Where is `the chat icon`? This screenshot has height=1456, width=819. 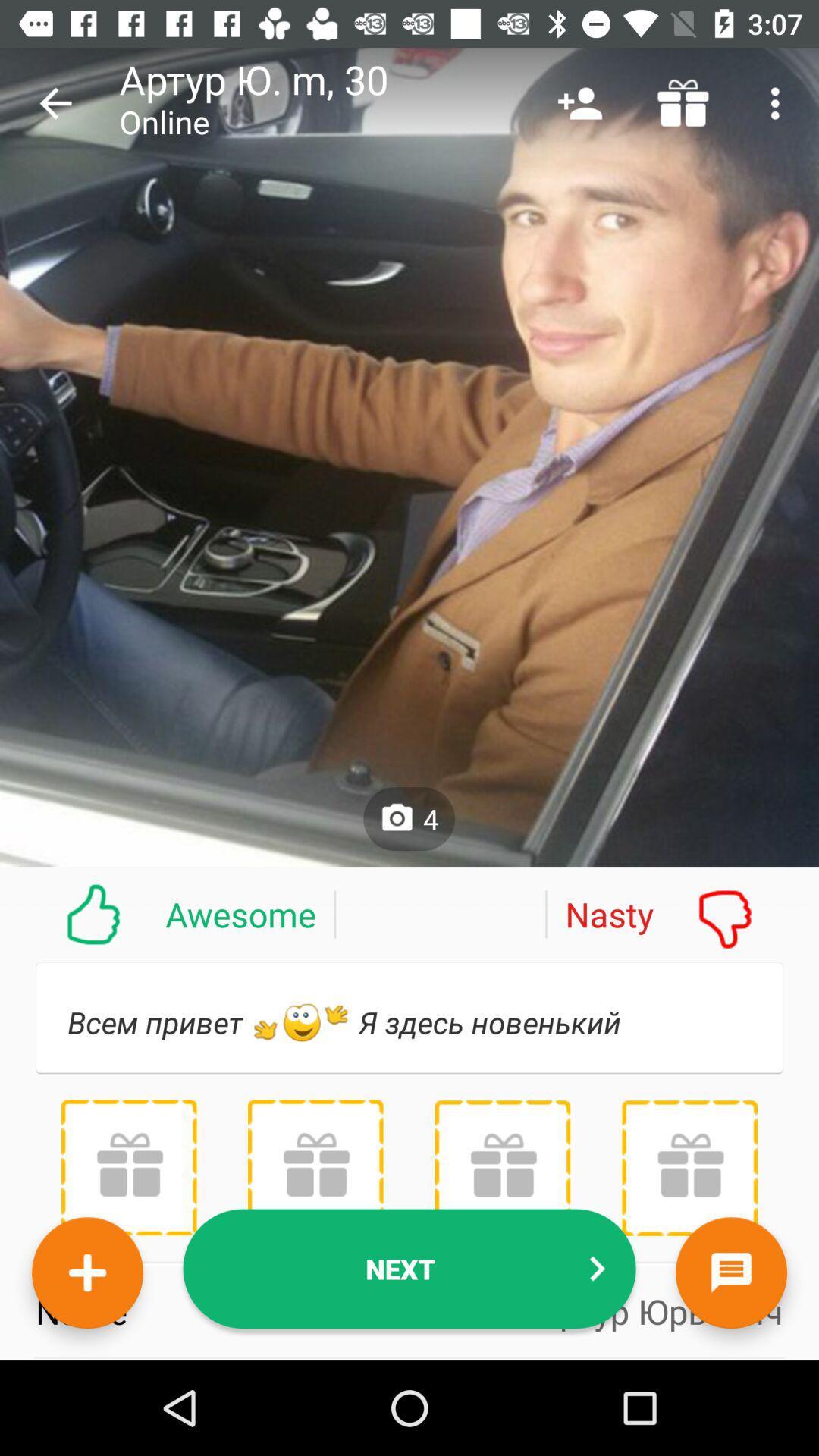
the chat icon is located at coordinates (730, 1272).